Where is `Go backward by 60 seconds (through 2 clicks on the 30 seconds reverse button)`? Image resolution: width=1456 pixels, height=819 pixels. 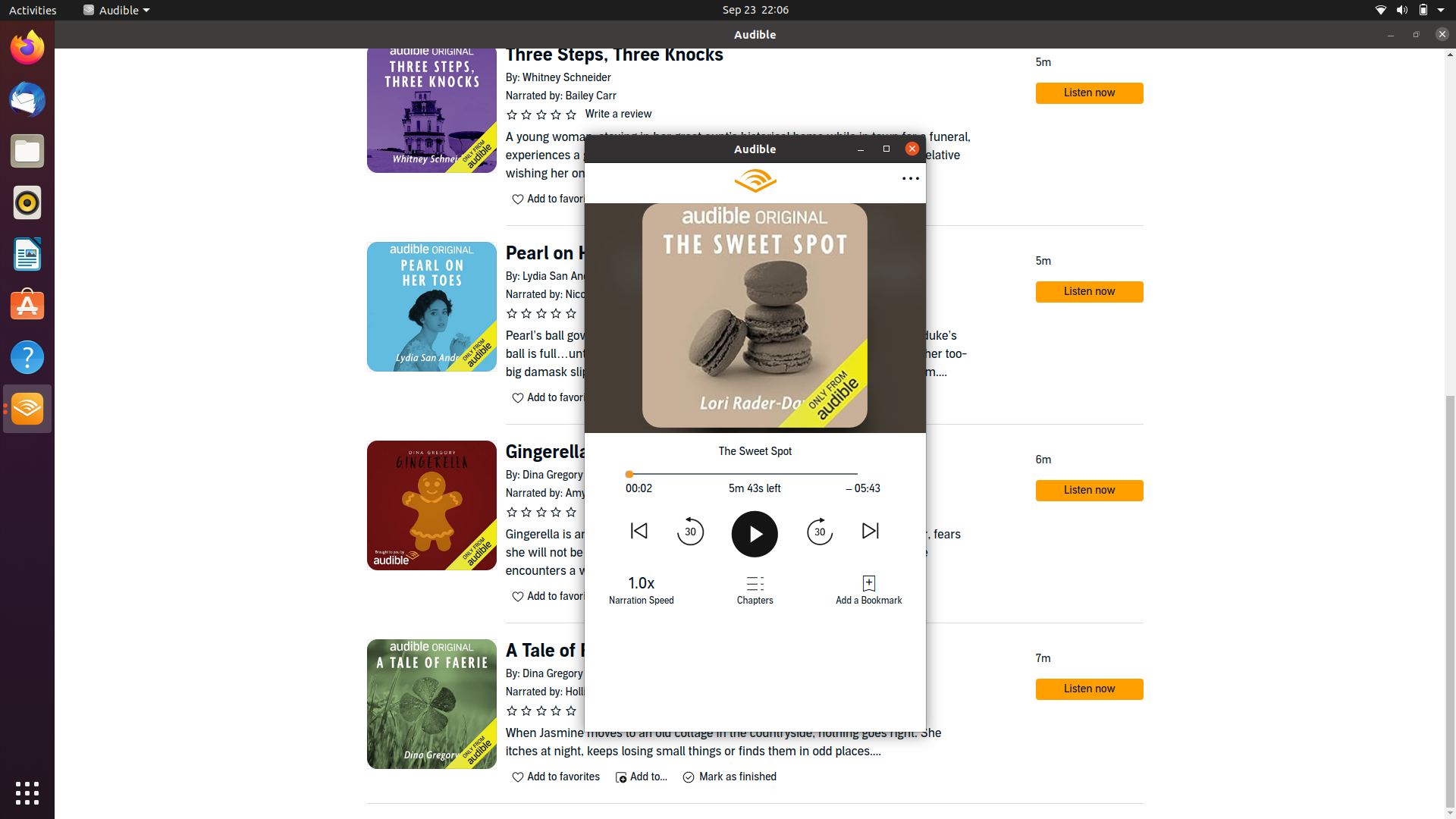 Go backward by 60 seconds (through 2 clicks on the 30 seconds reverse button) is located at coordinates (691, 529).